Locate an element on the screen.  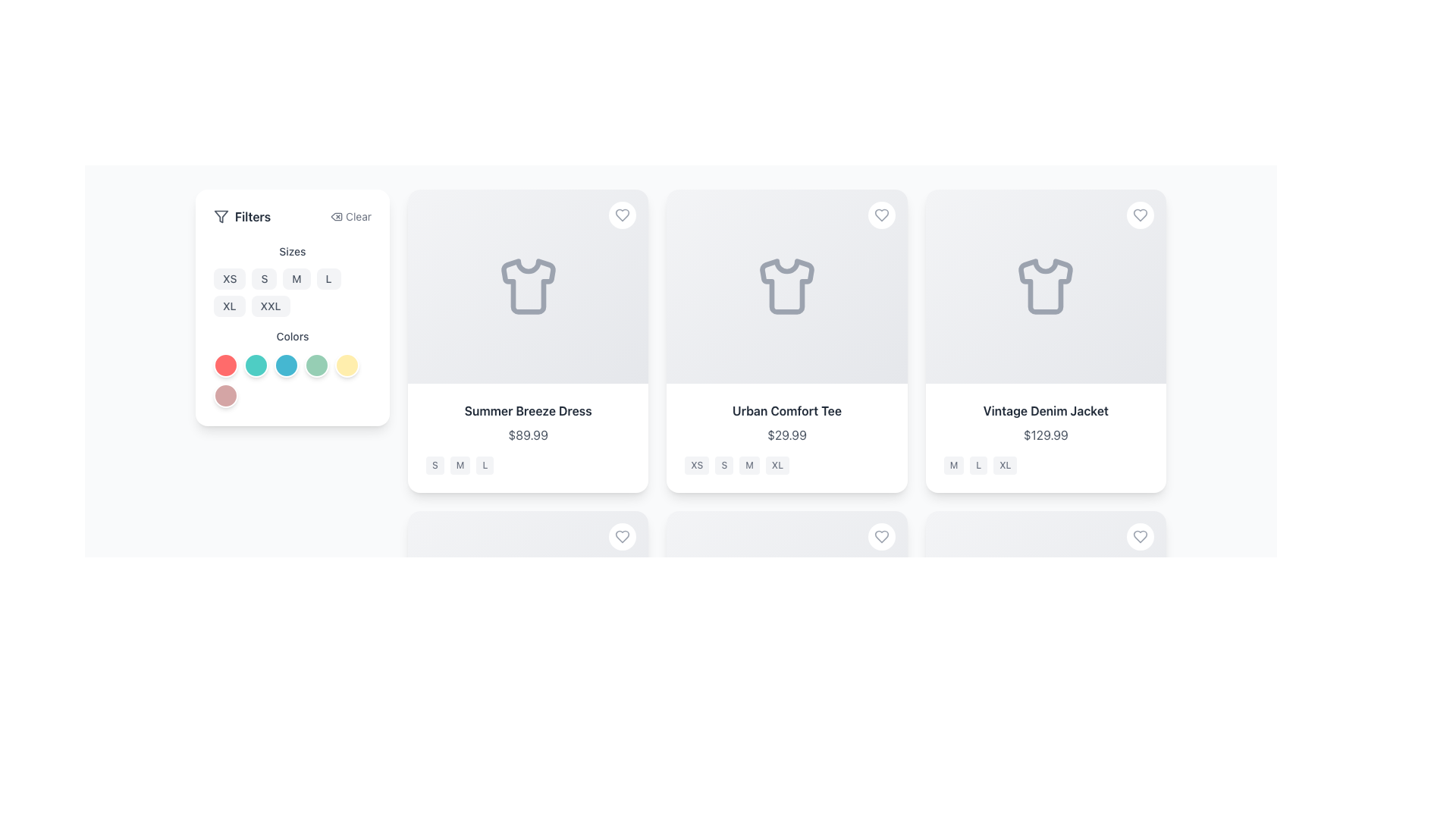
the 'favorite' toggle icon located in the top-right corner of the third product card to mark or unmark it as a favorite is located at coordinates (1140, 536).